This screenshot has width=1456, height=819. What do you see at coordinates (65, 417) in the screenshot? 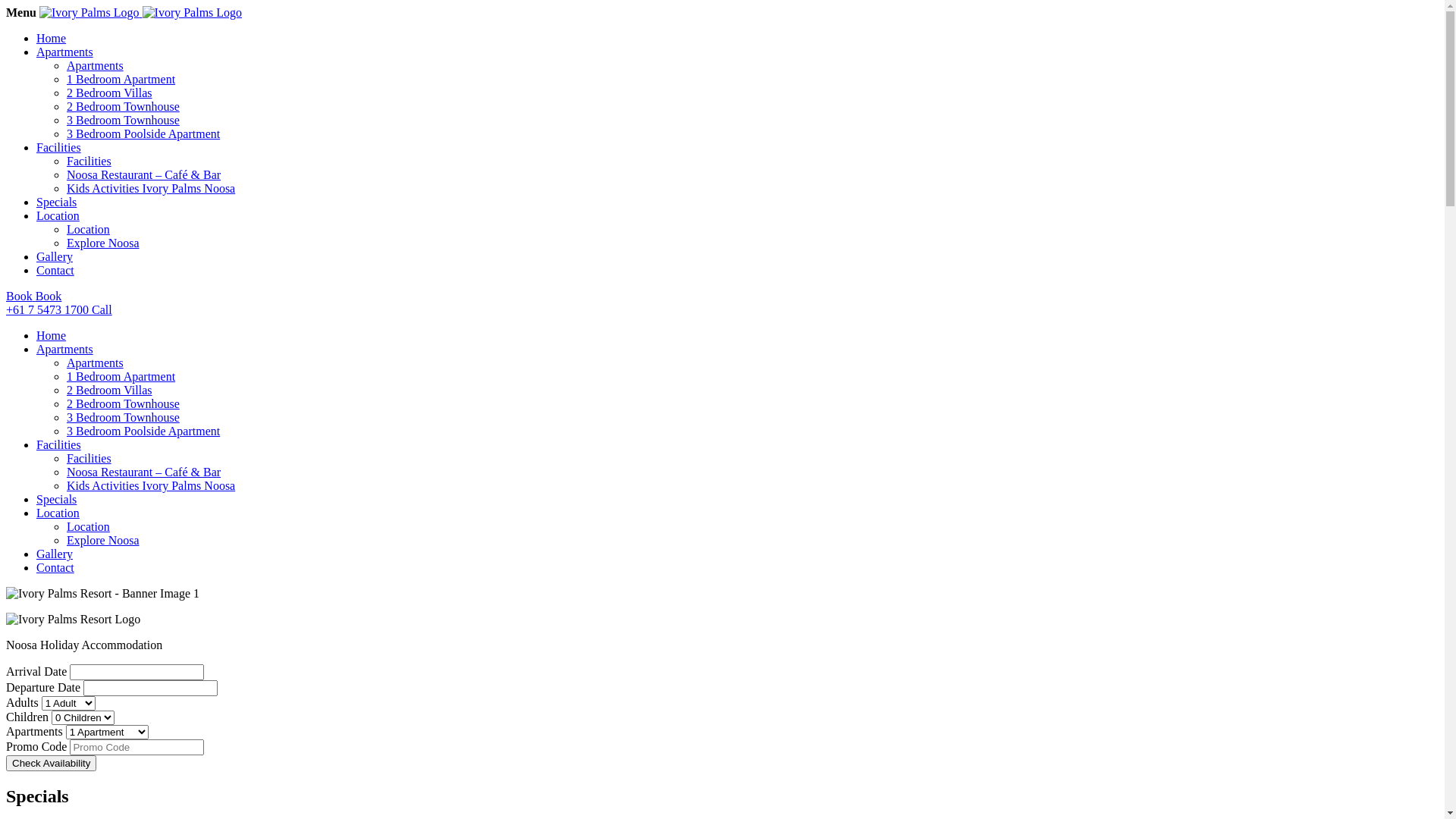
I see `'3 Bedroom Townhouse'` at bounding box center [65, 417].